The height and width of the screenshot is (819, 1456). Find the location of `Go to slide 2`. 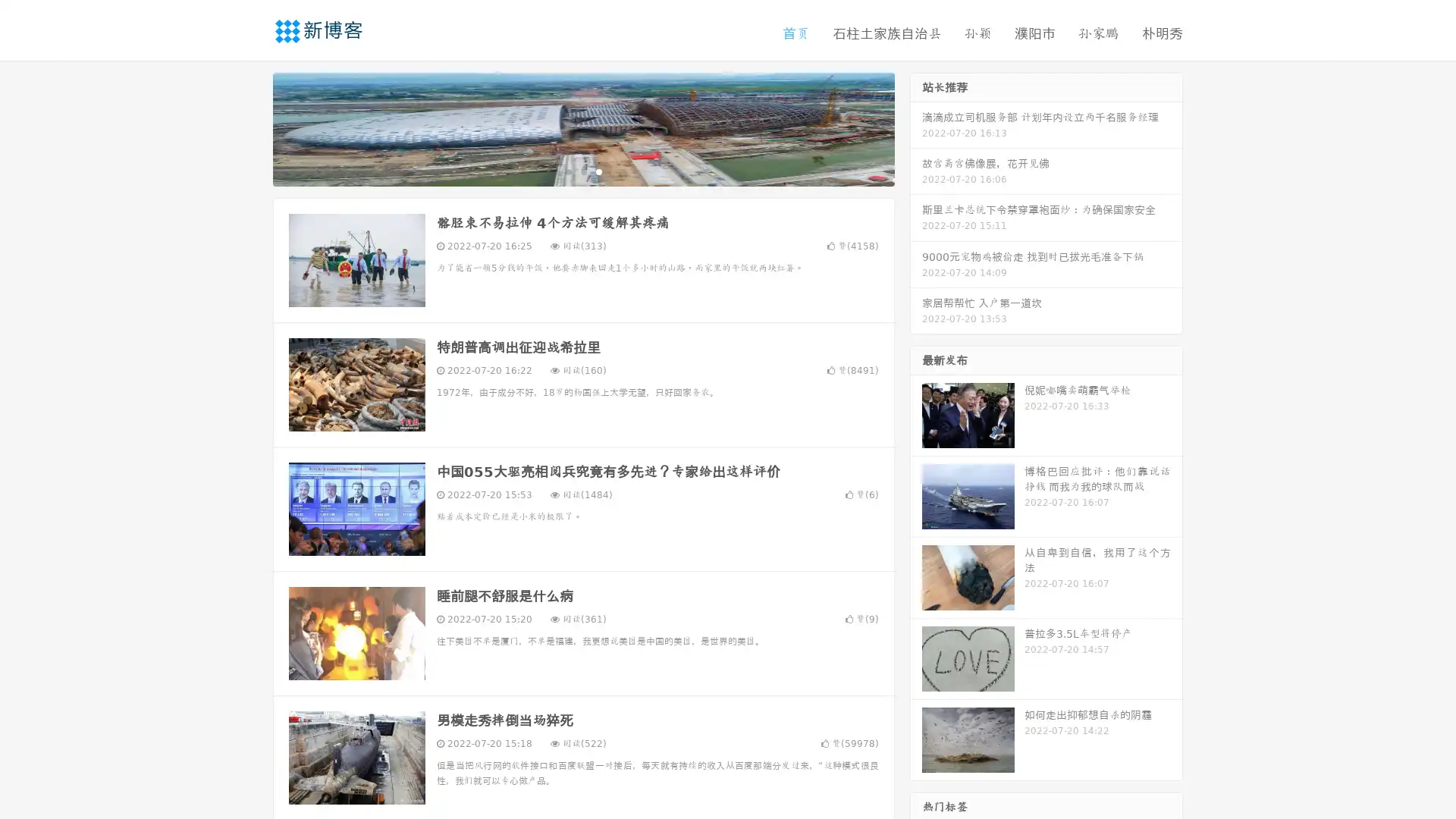

Go to slide 2 is located at coordinates (582, 171).